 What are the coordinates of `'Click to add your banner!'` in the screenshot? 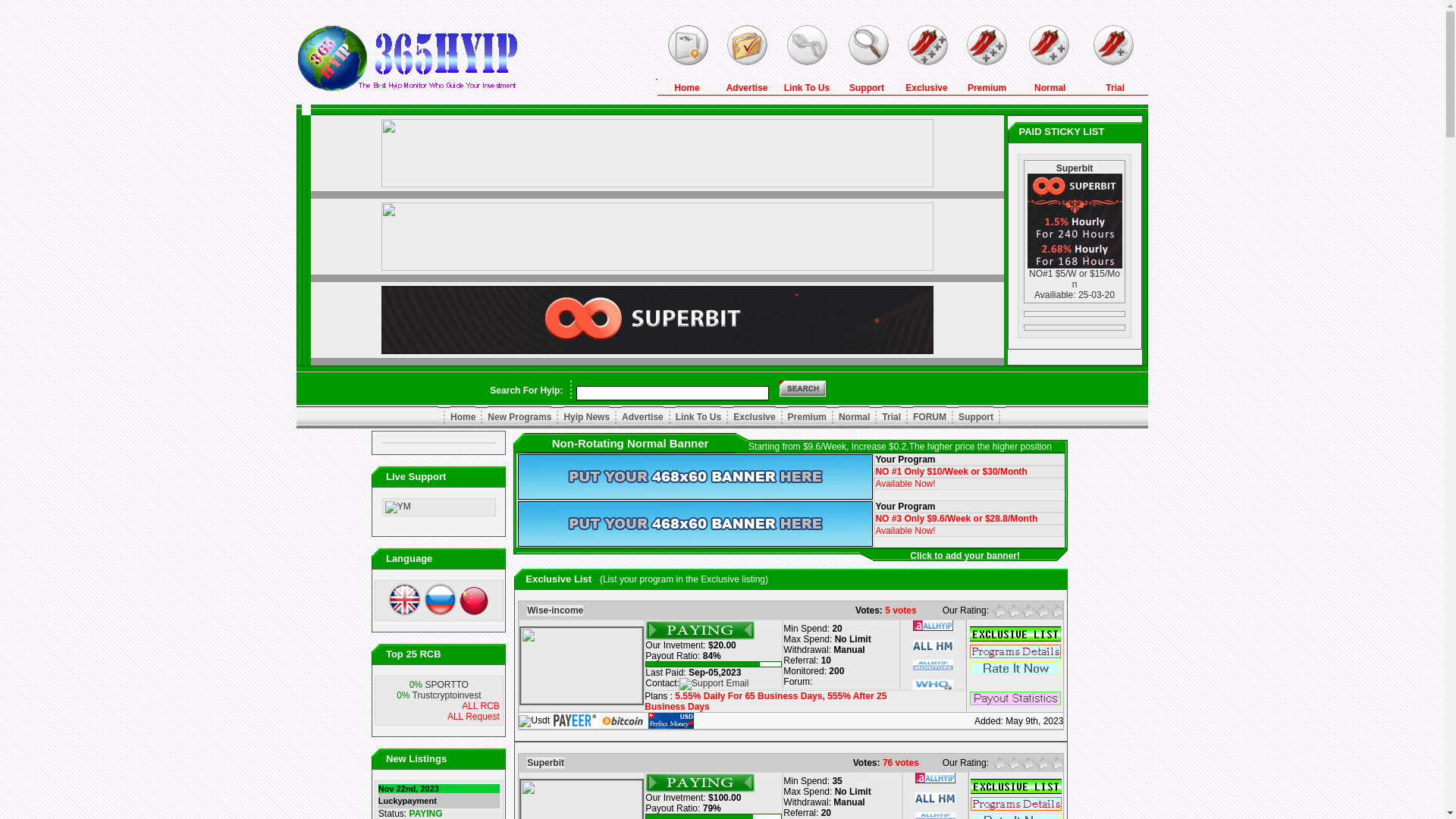 It's located at (964, 555).